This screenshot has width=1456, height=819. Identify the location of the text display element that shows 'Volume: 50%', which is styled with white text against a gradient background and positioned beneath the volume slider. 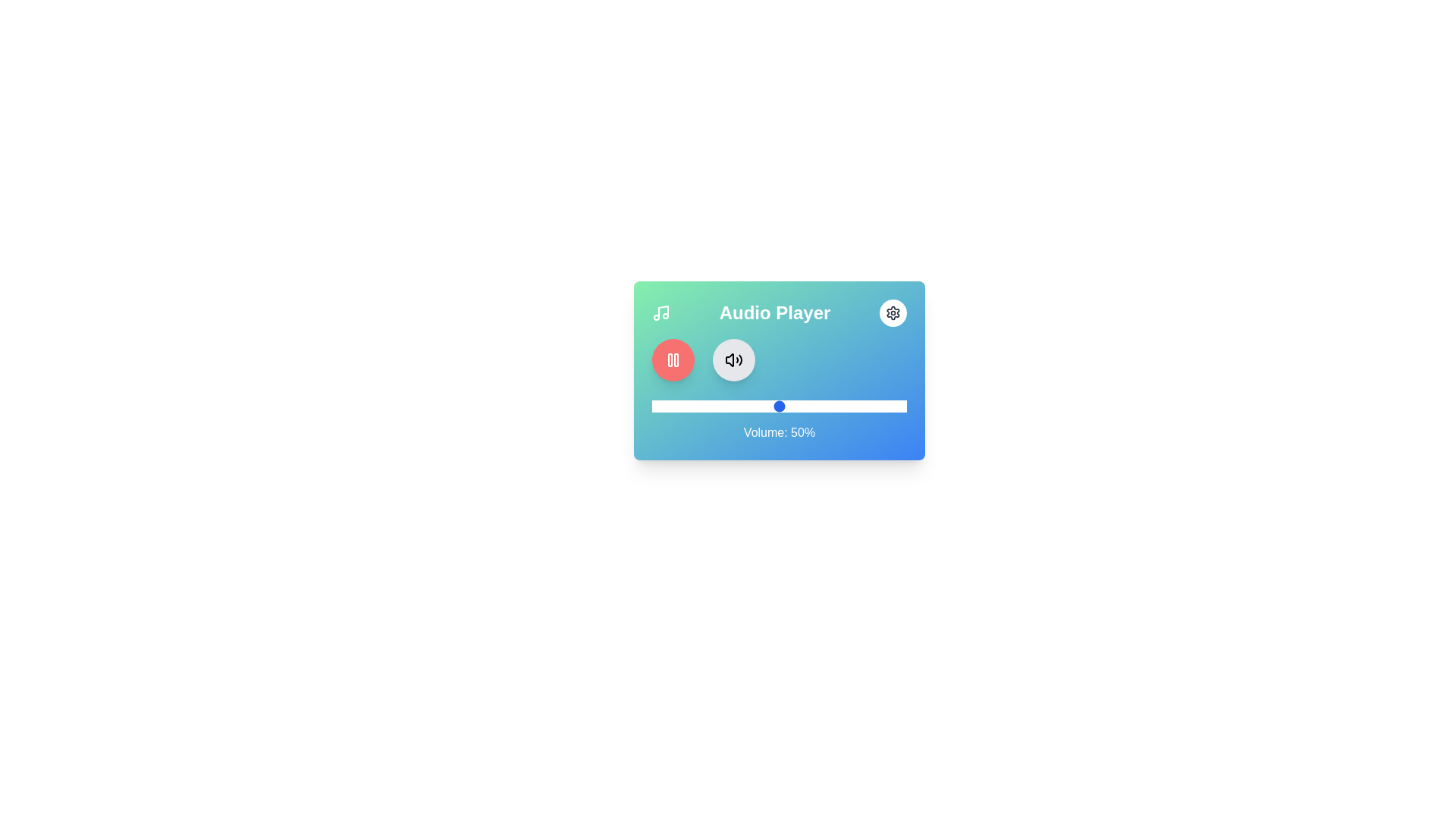
(779, 432).